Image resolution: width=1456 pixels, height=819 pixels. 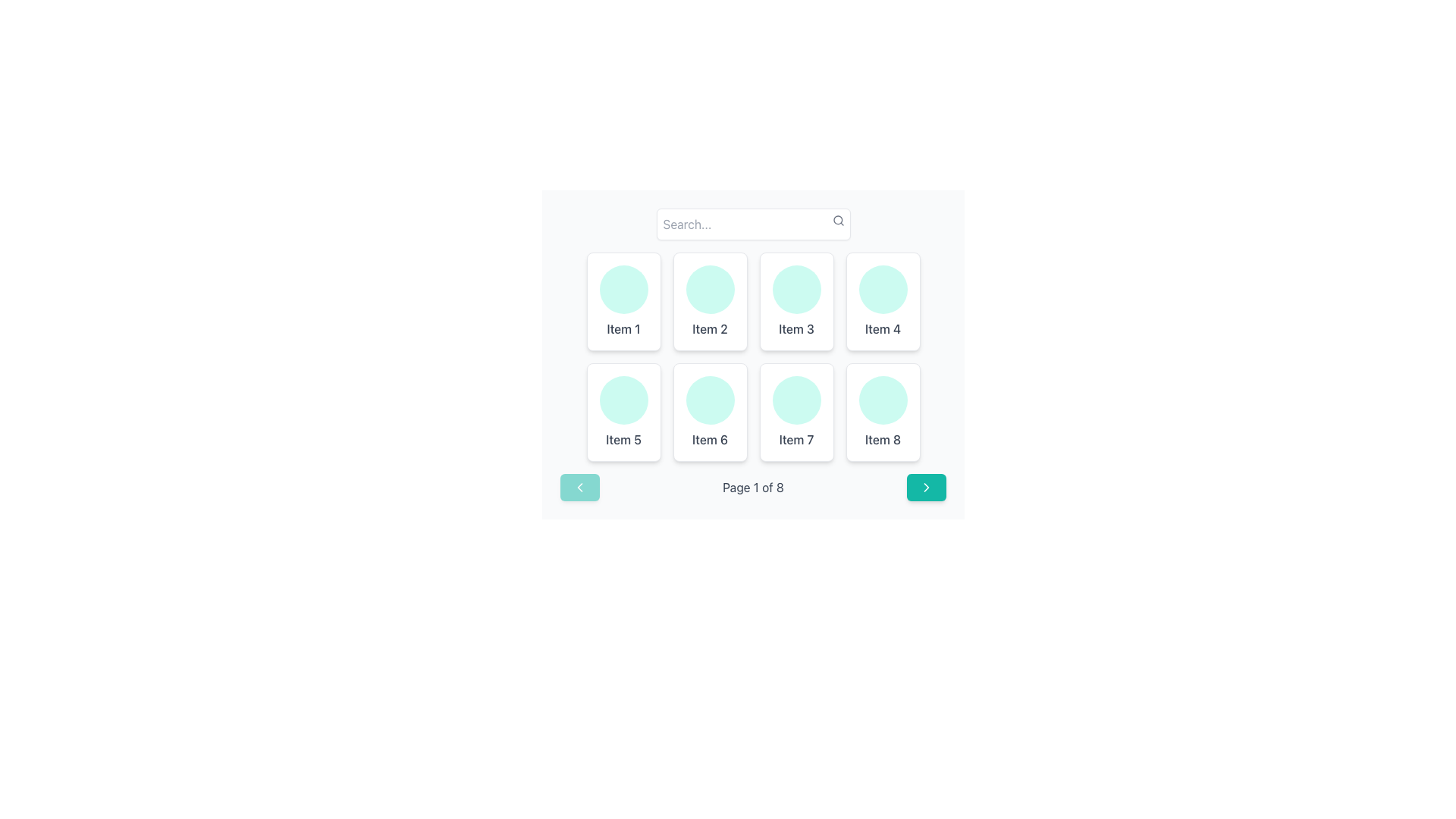 What do you see at coordinates (795, 301) in the screenshot?
I see `the third card in the grid layout` at bounding box center [795, 301].